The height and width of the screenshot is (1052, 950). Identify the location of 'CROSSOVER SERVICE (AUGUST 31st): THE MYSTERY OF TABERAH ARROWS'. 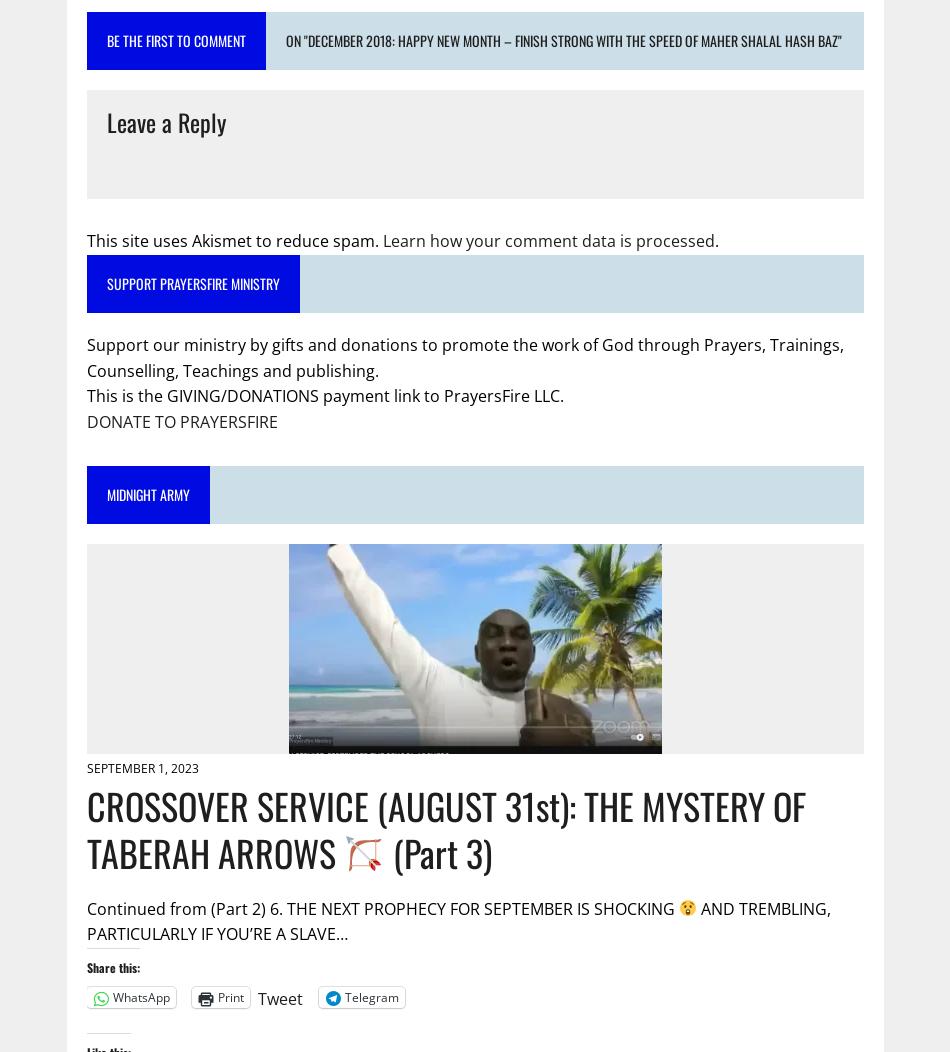
(444, 828).